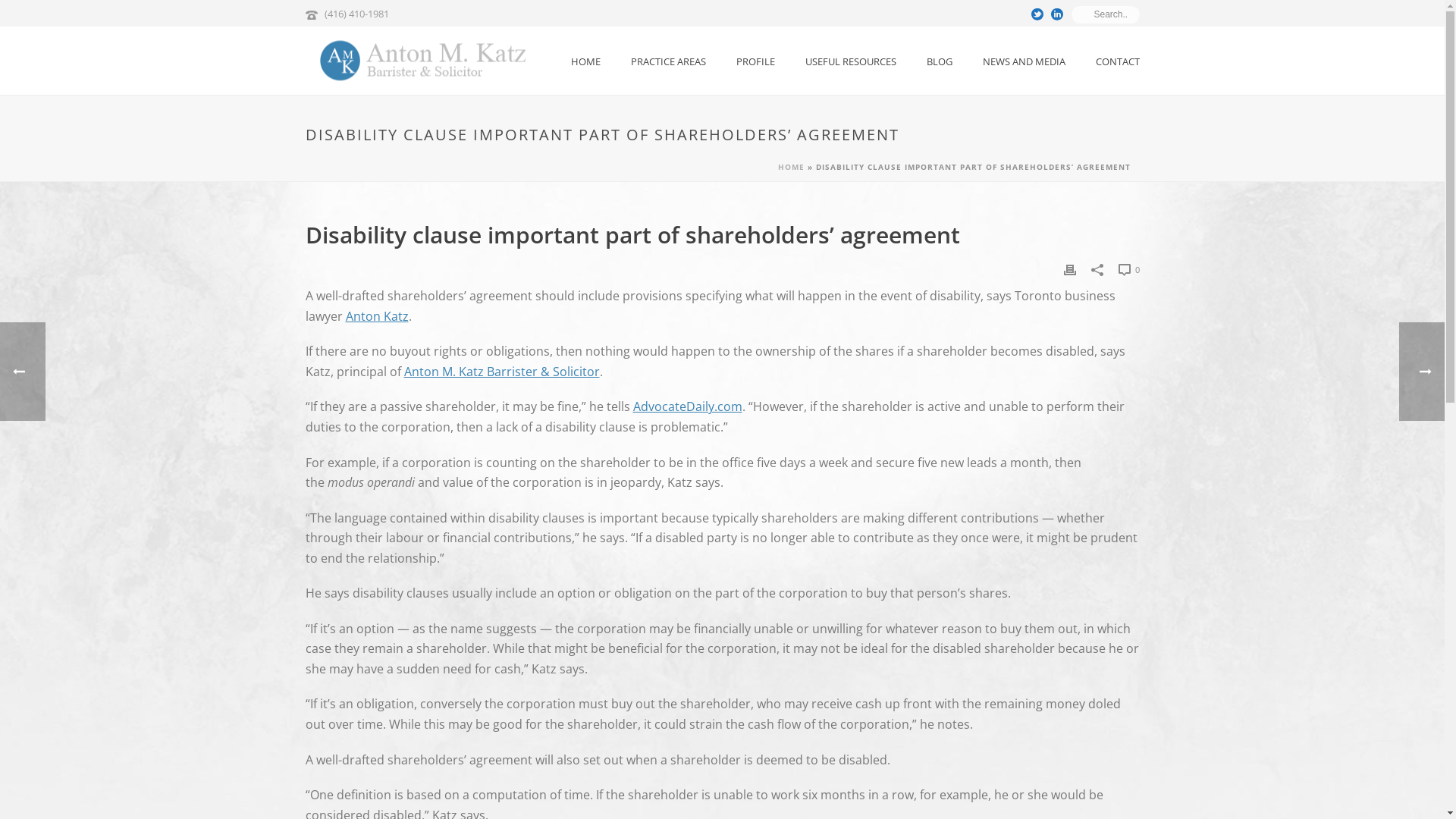 The image size is (1456, 819). I want to click on 'USEFUL RESOURCES', so click(851, 61).